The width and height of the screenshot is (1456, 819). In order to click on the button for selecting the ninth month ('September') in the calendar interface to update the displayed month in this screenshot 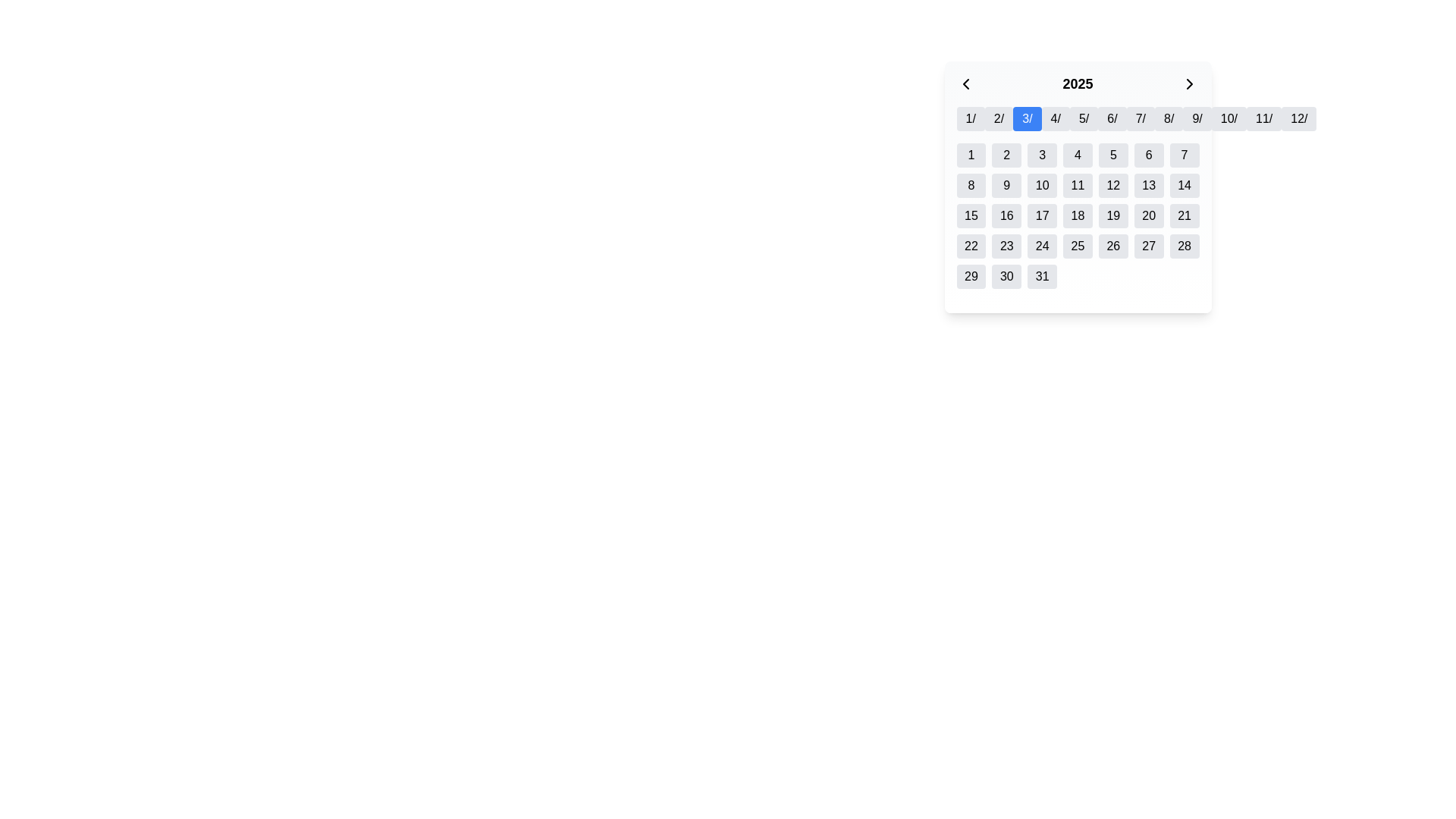, I will do `click(1197, 118)`.